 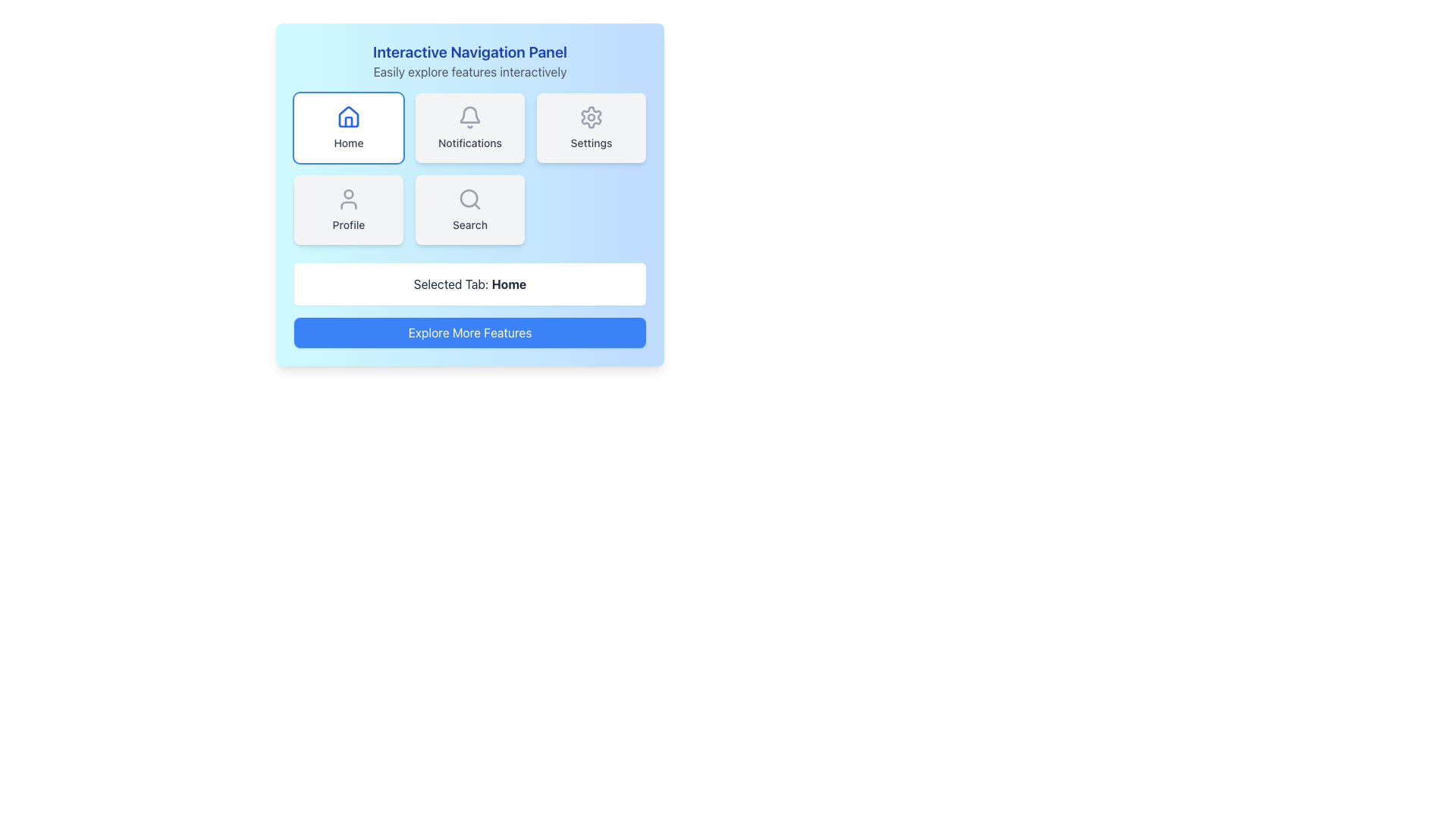 What do you see at coordinates (348, 143) in the screenshot?
I see `the textual component labeled 'Home', which is styled with a small font size and medium weight, located below the house icon in the button group` at bounding box center [348, 143].